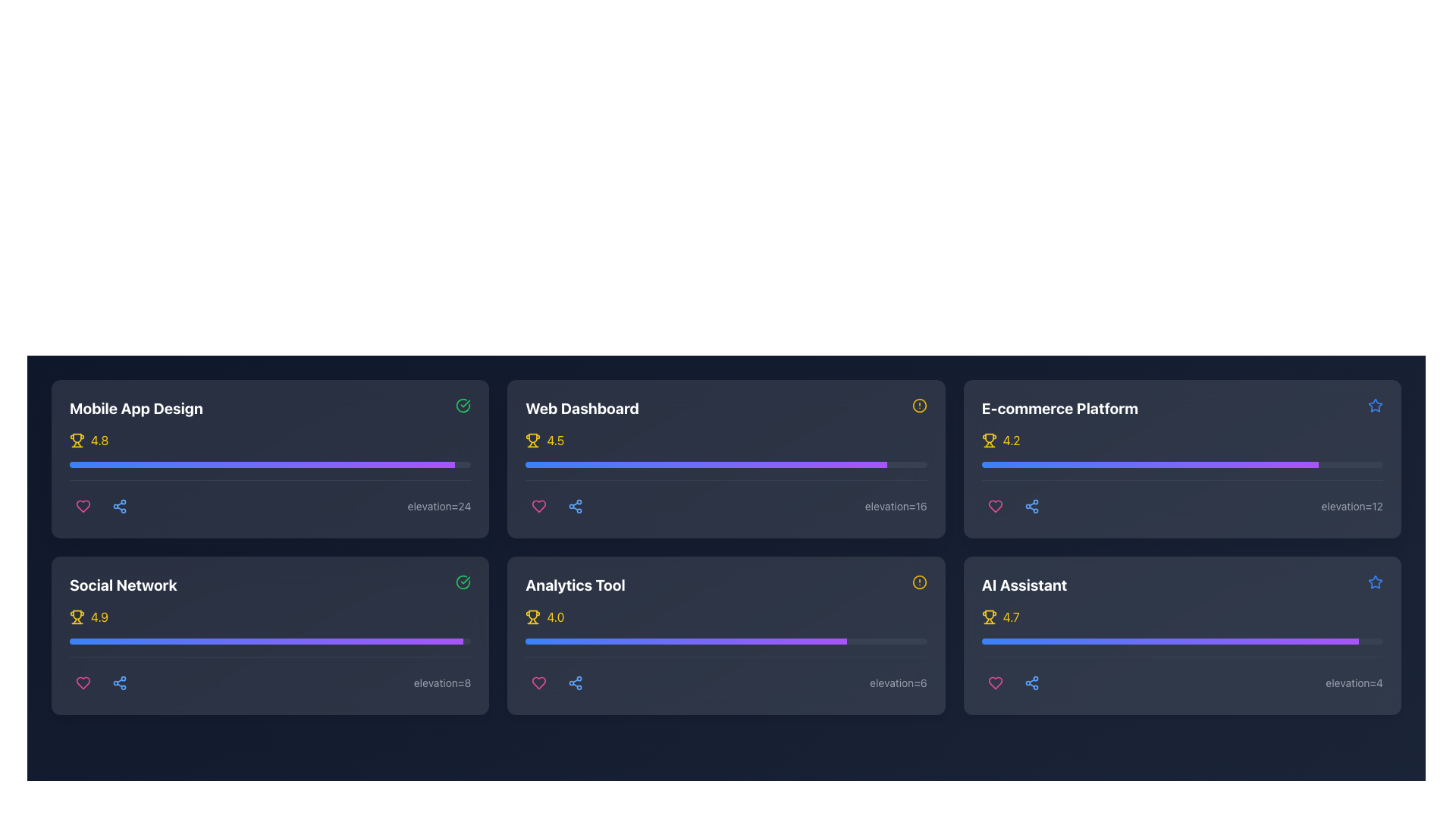 This screenshot has height=819, width=1456. Describe the element at coordinates (76, 438) in the screenshot. I see `the yellow trophy icon which symbolizes achievements, located at the top-left of the 'Mobile App Design' card, positioned near the rating value of 4.8` at that location.